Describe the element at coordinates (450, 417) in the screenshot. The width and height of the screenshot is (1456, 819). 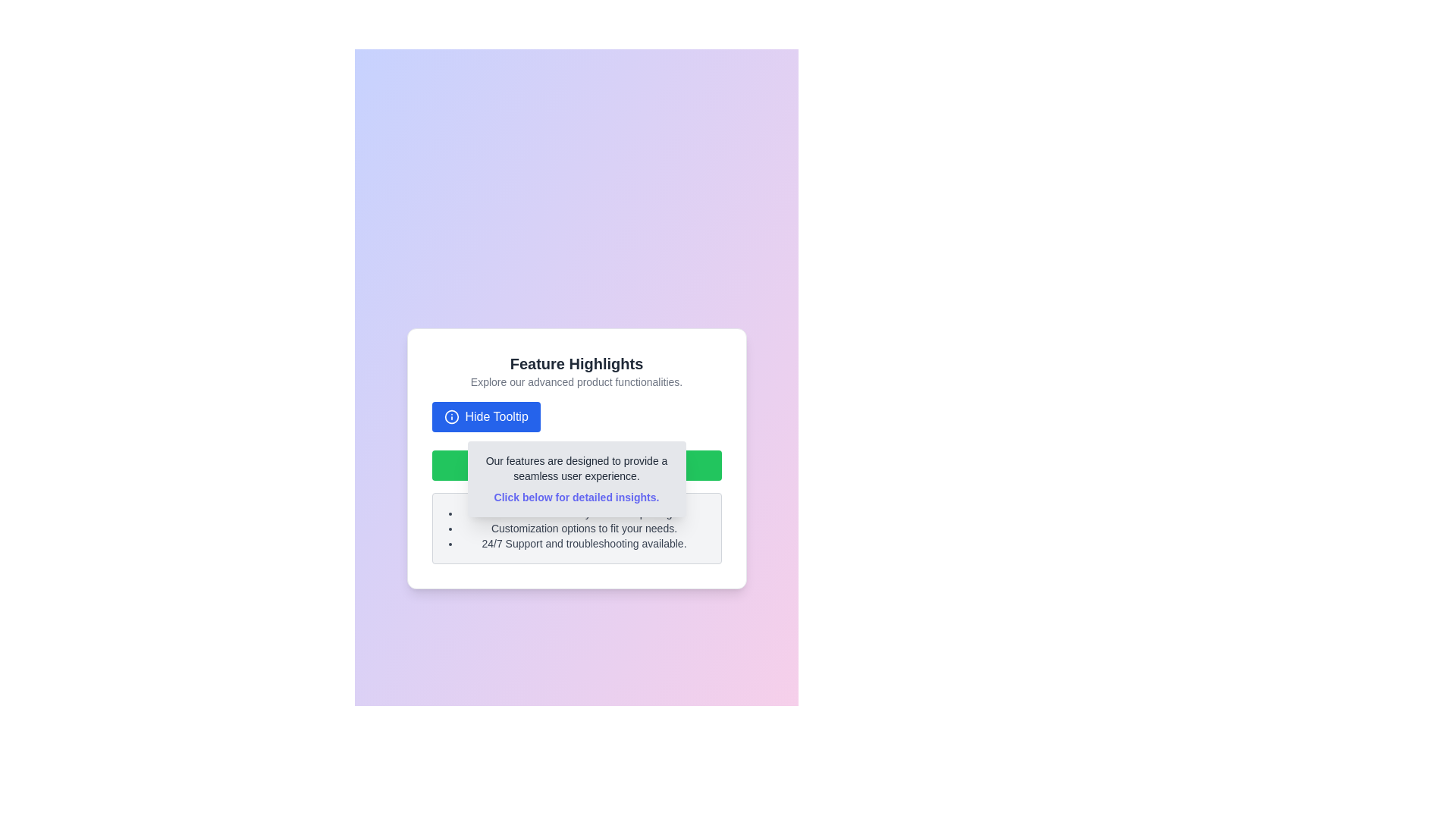
I see `the 'Hide Tooltip' button, which contains a circular info icon (i) to the left of the button text` at that location.